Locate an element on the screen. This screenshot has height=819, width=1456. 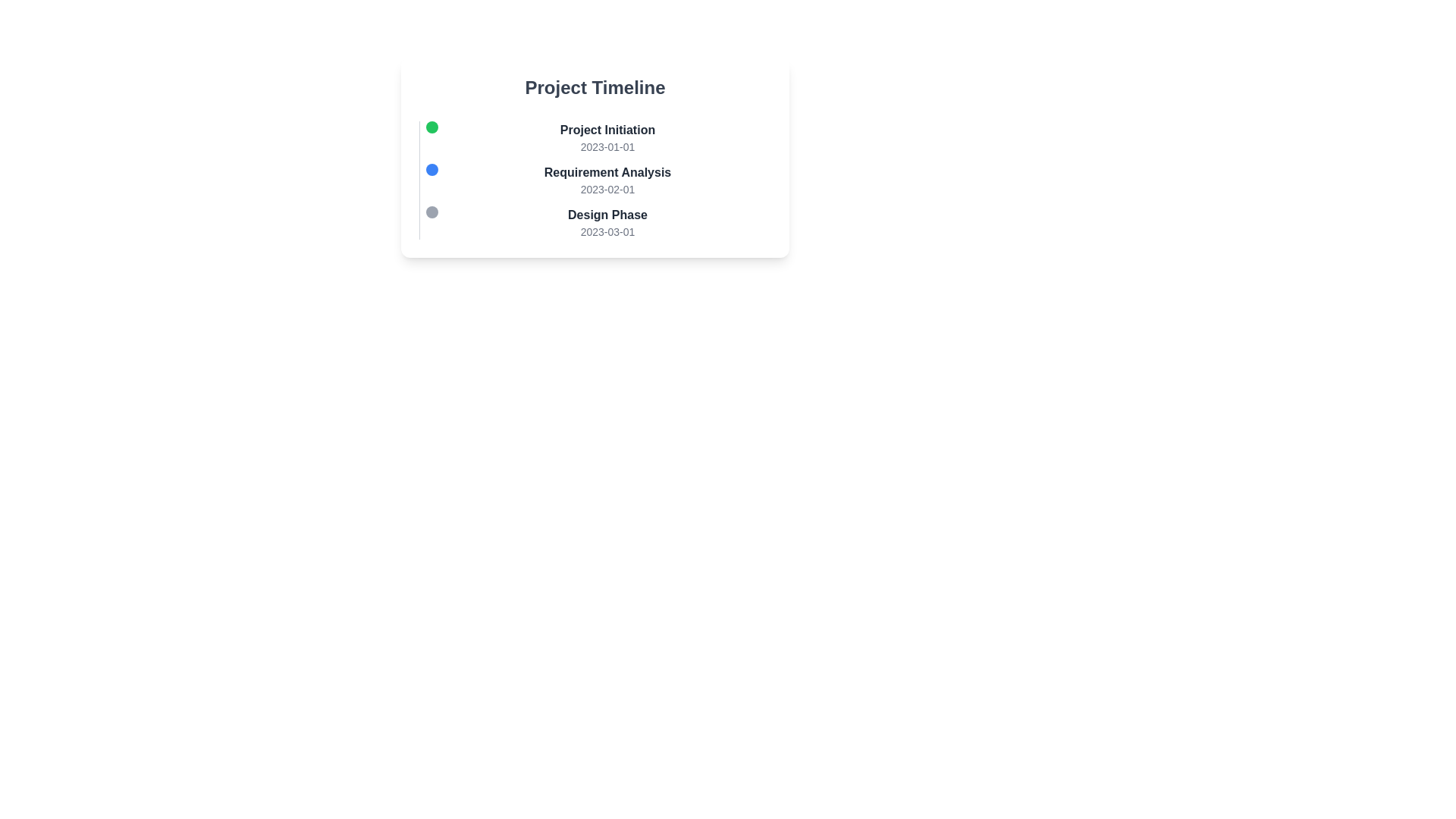
the Informative Panel titled 'Project Timeline' that contains a list of milestones with color-coded markers is located at coordinates (595, 177).